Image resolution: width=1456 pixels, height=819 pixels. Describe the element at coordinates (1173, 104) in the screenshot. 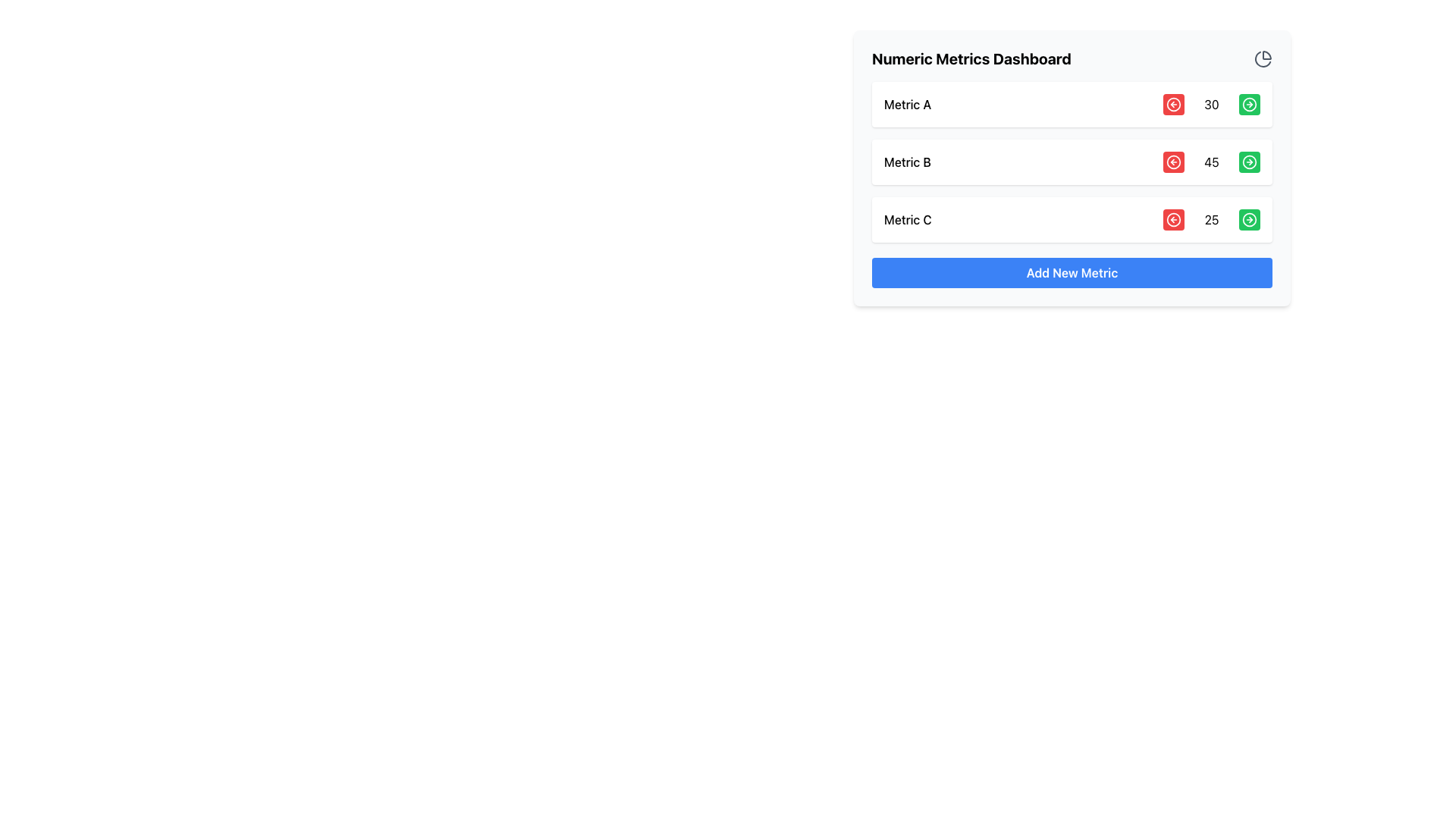

I see `the leftmost interactive button in the dashboard panel, which has a red background and is used to remove or undo recent operations, to trigger a tooltip or visual feedback` at that location.